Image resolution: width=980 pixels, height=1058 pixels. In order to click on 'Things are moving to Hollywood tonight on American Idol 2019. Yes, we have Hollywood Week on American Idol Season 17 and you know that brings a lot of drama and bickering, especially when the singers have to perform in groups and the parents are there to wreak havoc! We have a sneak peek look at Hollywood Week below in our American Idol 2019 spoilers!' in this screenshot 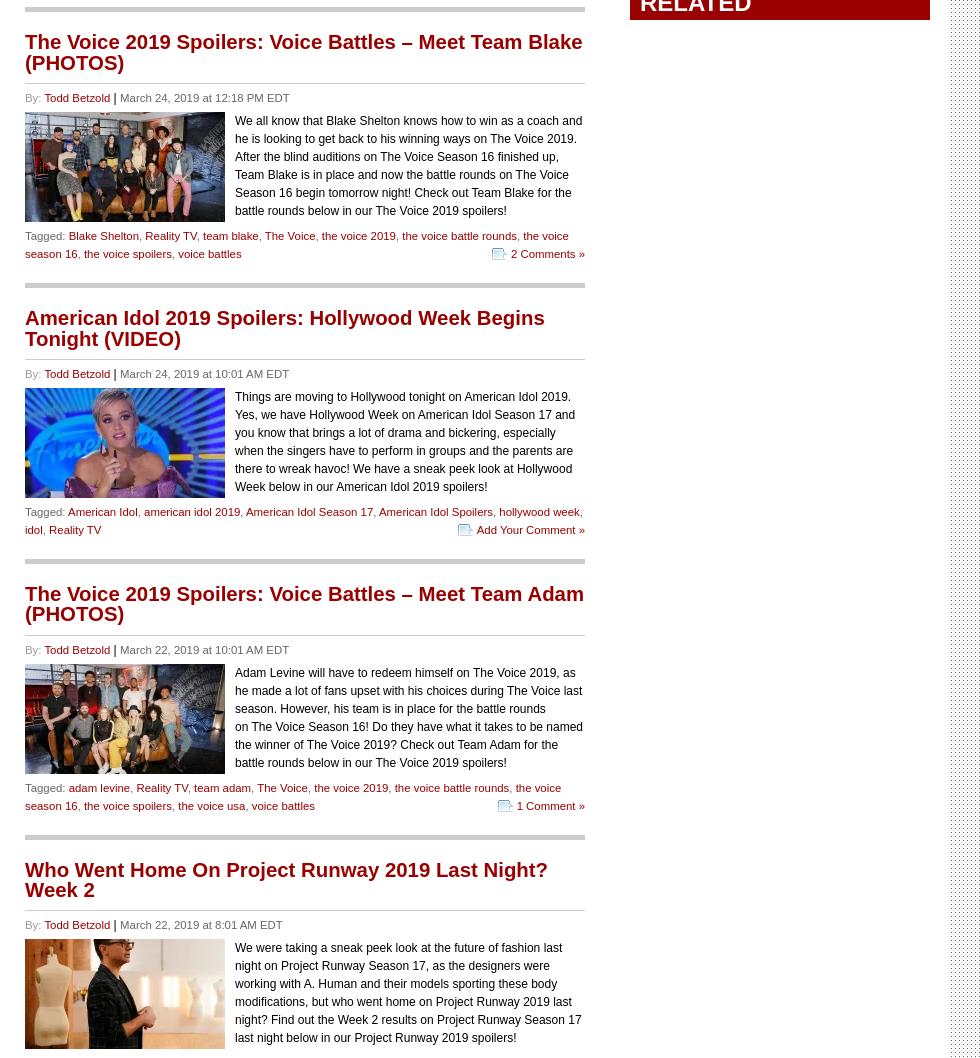, I will do `click(405, 440)`.